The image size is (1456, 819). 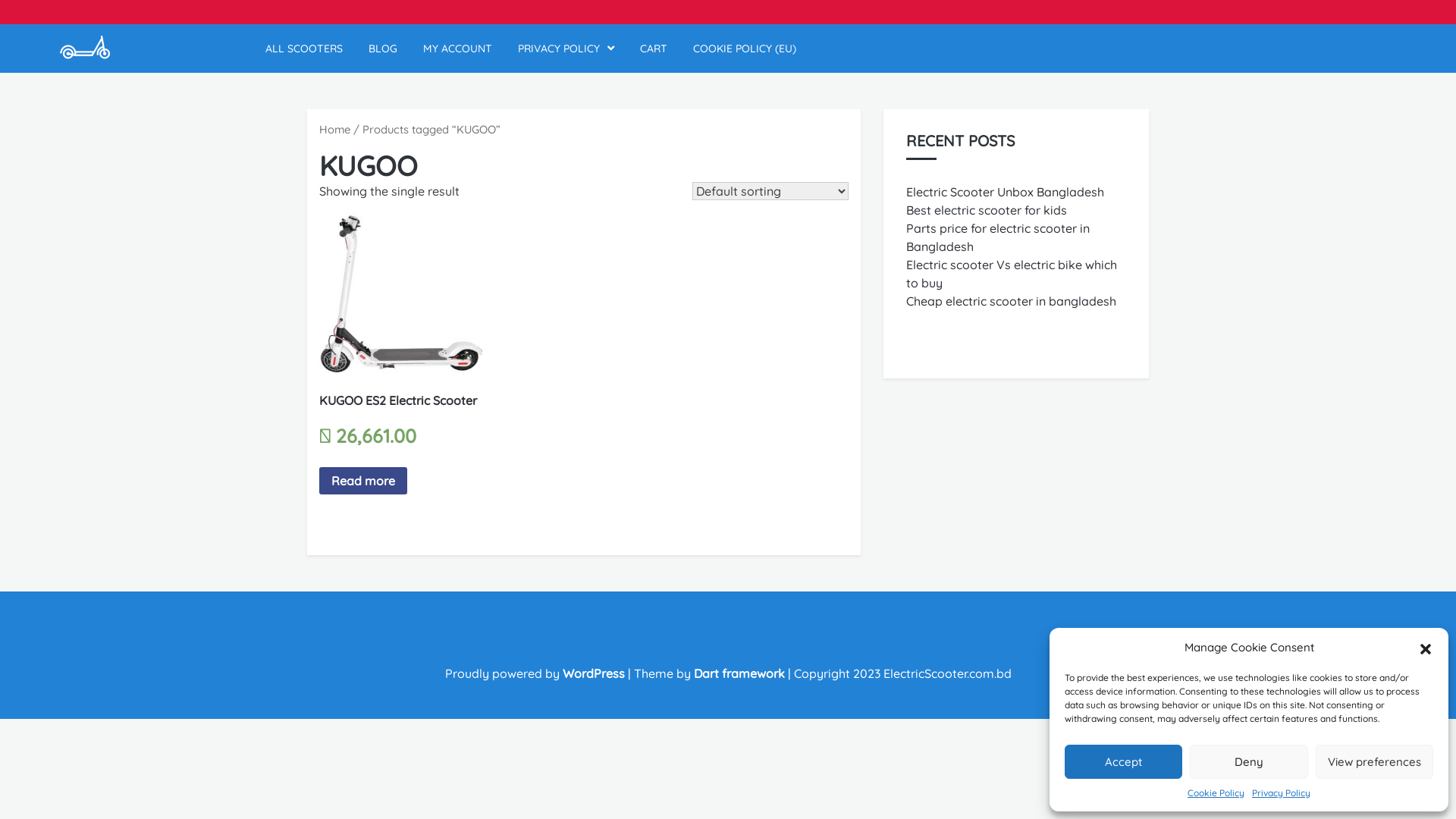 I want to click on 'Privacy Policy', so click(x=1280, y=792).